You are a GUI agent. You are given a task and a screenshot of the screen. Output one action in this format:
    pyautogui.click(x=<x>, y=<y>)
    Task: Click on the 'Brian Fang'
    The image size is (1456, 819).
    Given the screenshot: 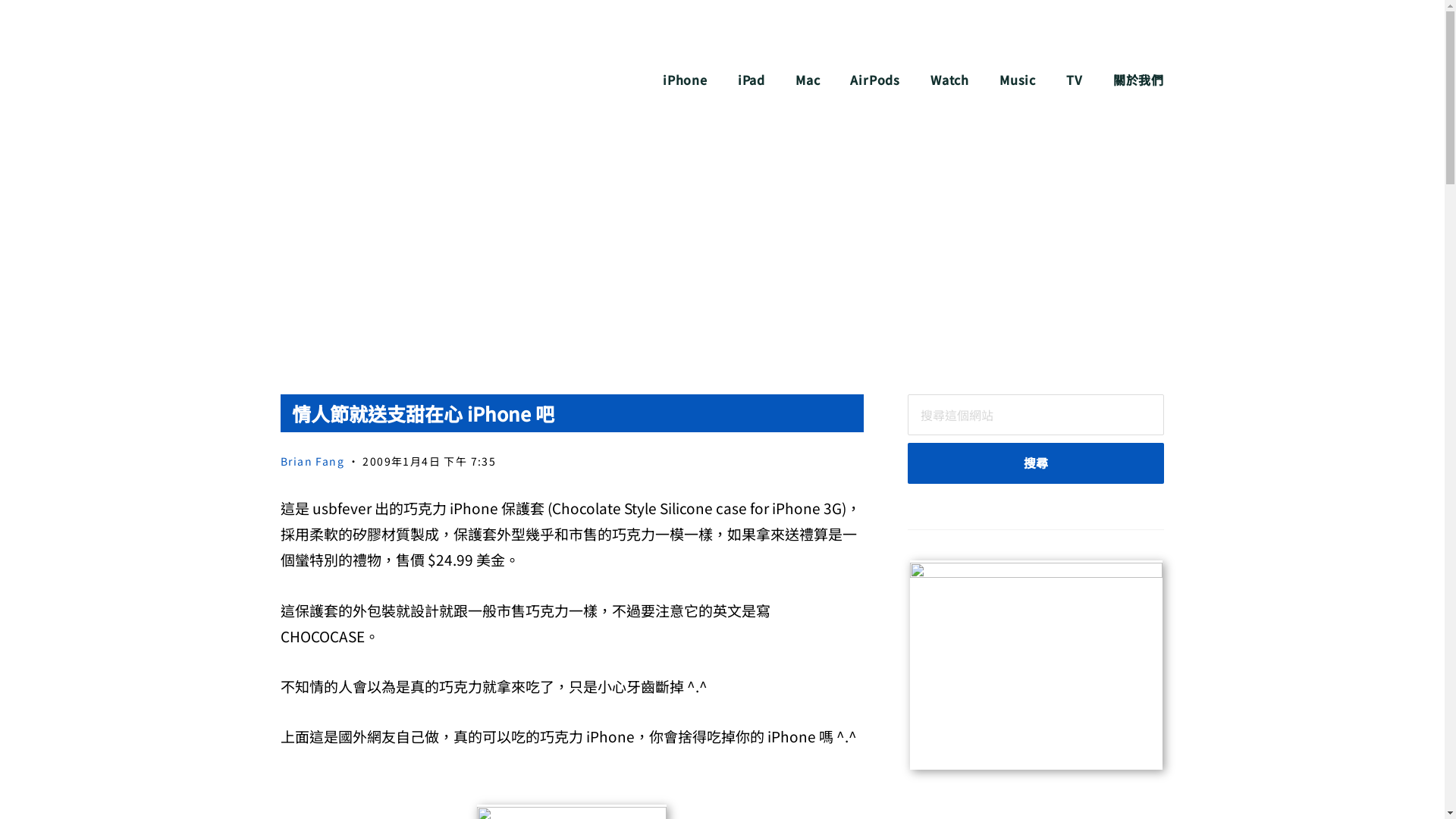 What is the action you would take?
    pyautogui.click(x=312, y=460)
    